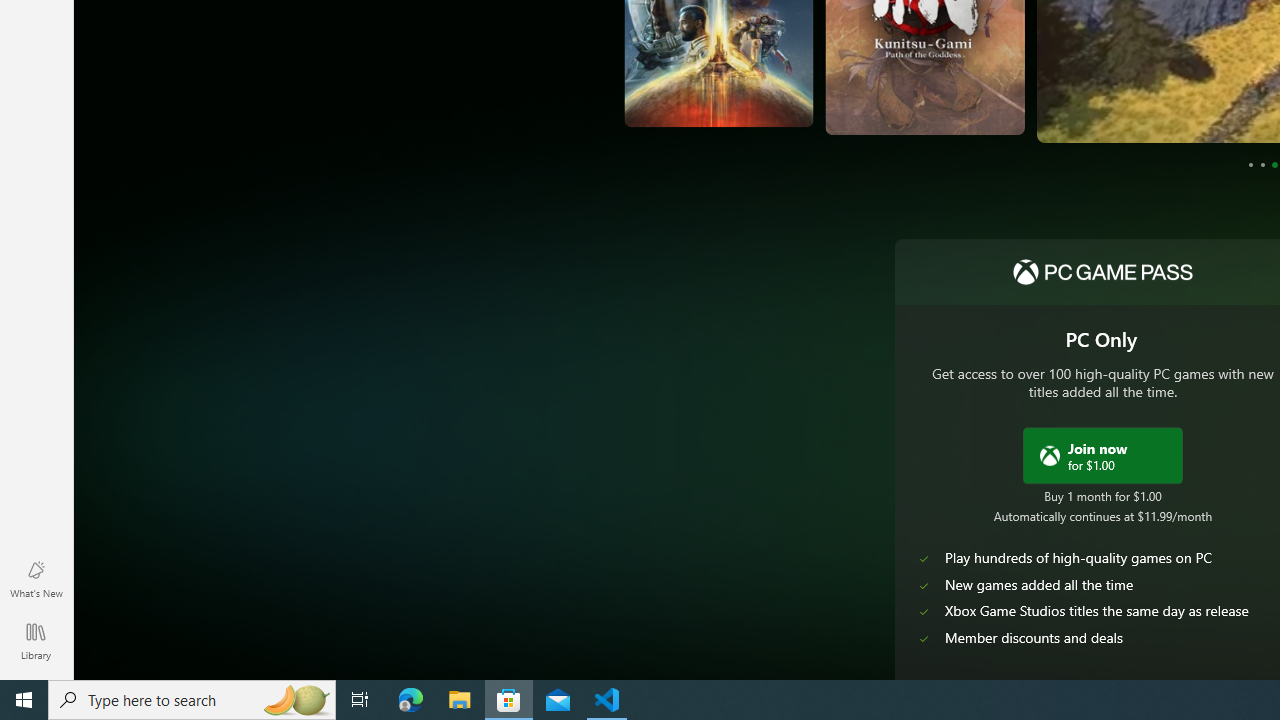 Image resolution: width=1280 pixels, height=720 pixels. What do you see at coordinates (1101, 272) in the screenshot?
I see `'PC Game Pass logo'` at bounding box center [1101, 272].